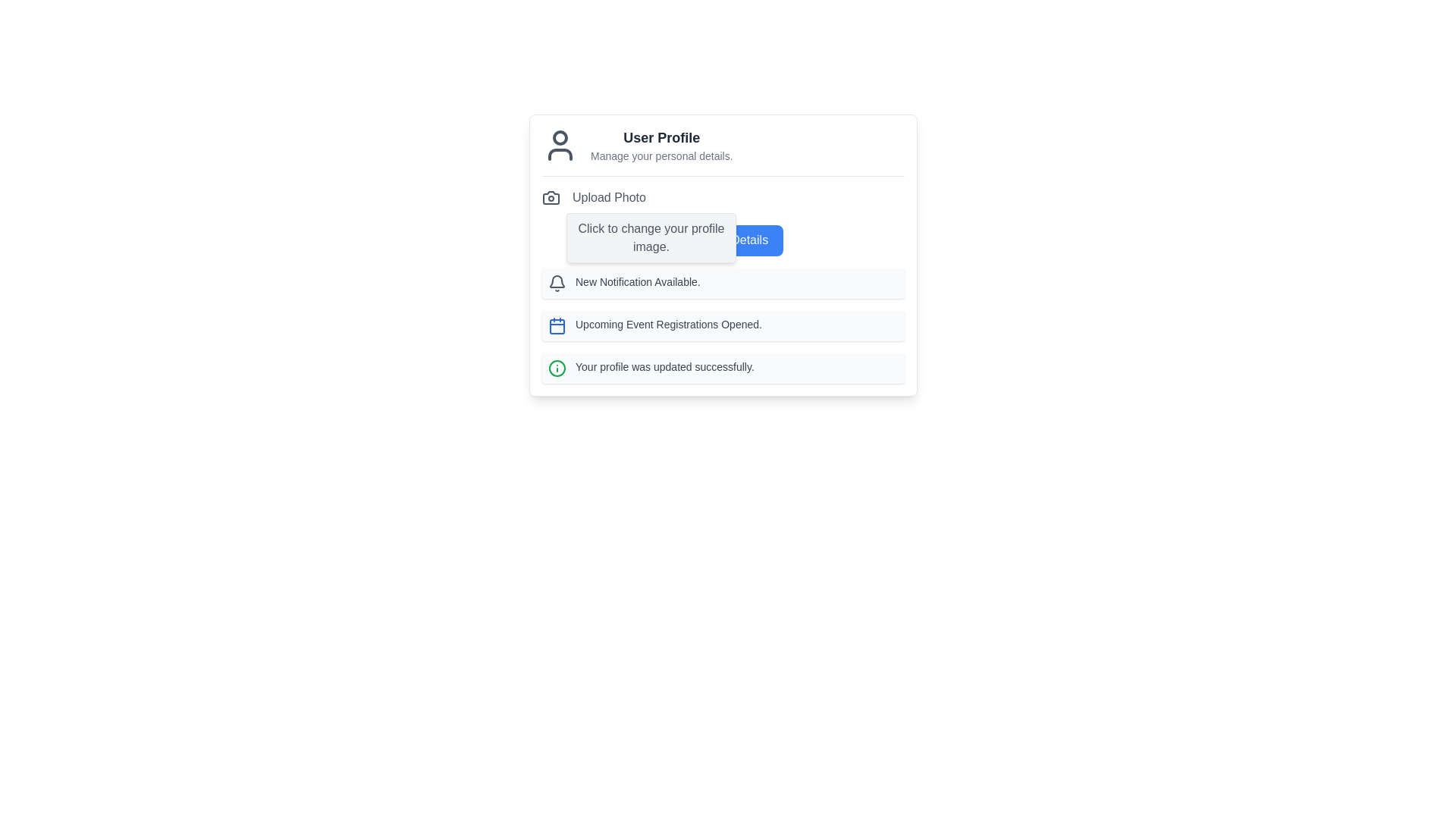 The image size is (1456, 819). I want to click on the calendar icon, which is a minimalistic blue icon located in the notification section preceding the text 'Upcoming Event Registrations Opened.', so click(556, 324).